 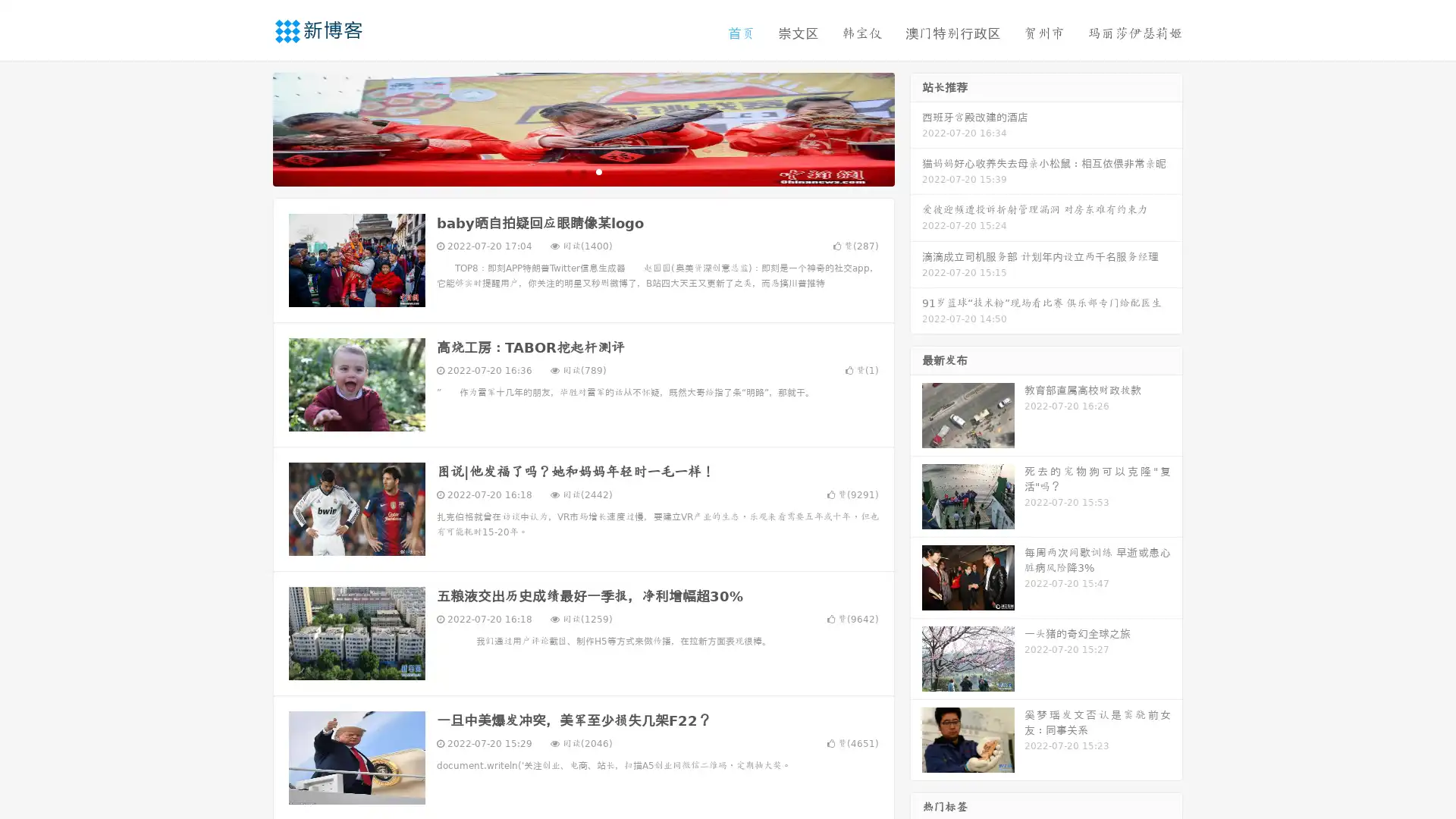 What do you see at coordinates (567, 171) in the screenshot?
I see `Go to slide 1` at bounding box center [567, 171].